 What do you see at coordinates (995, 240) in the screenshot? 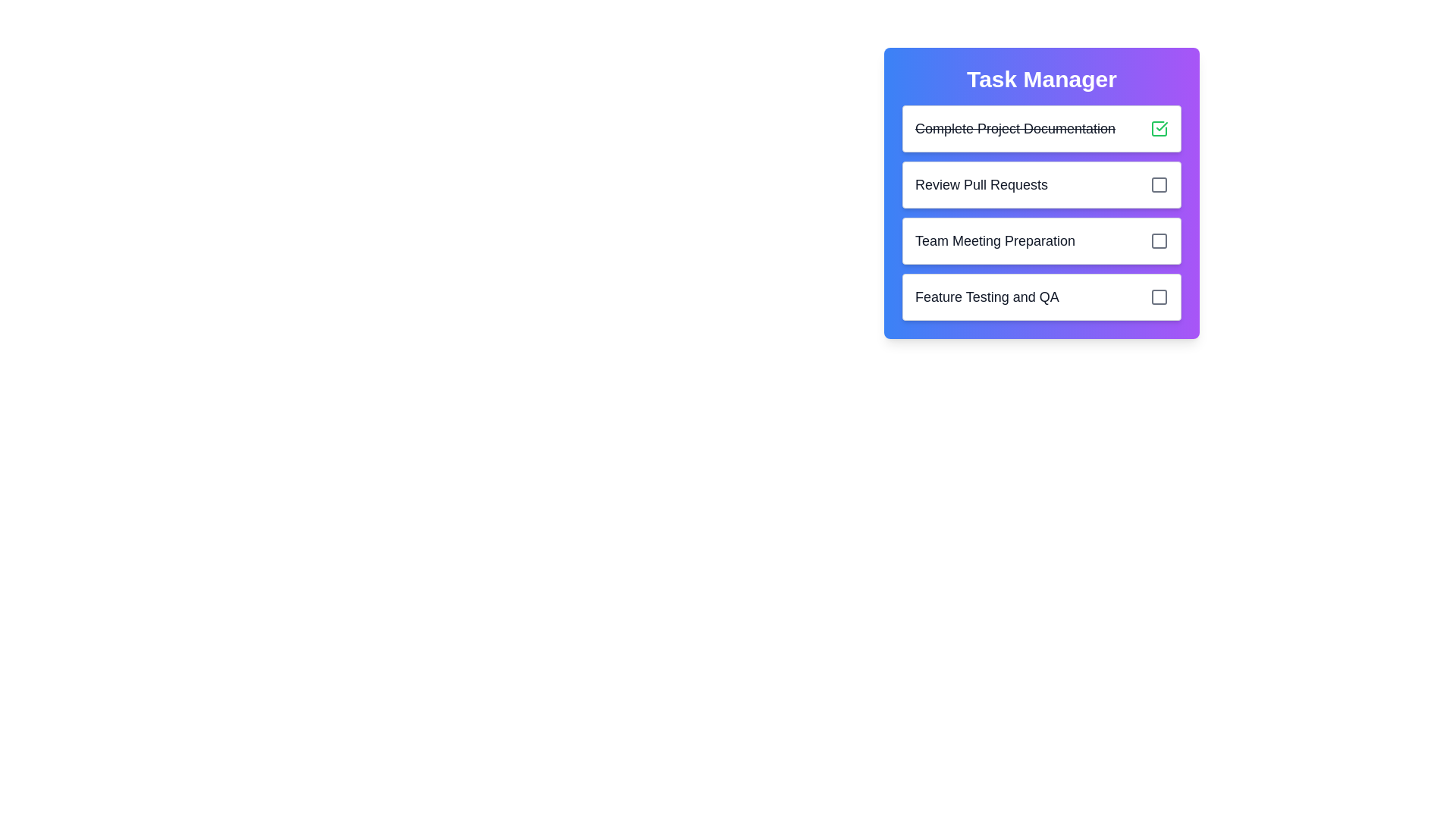
I see `text label that serves as a descriptive title for a specific task, positioned as the third item in a task management interface, located to the left of a checkbox` at bounding box center [995, 240].